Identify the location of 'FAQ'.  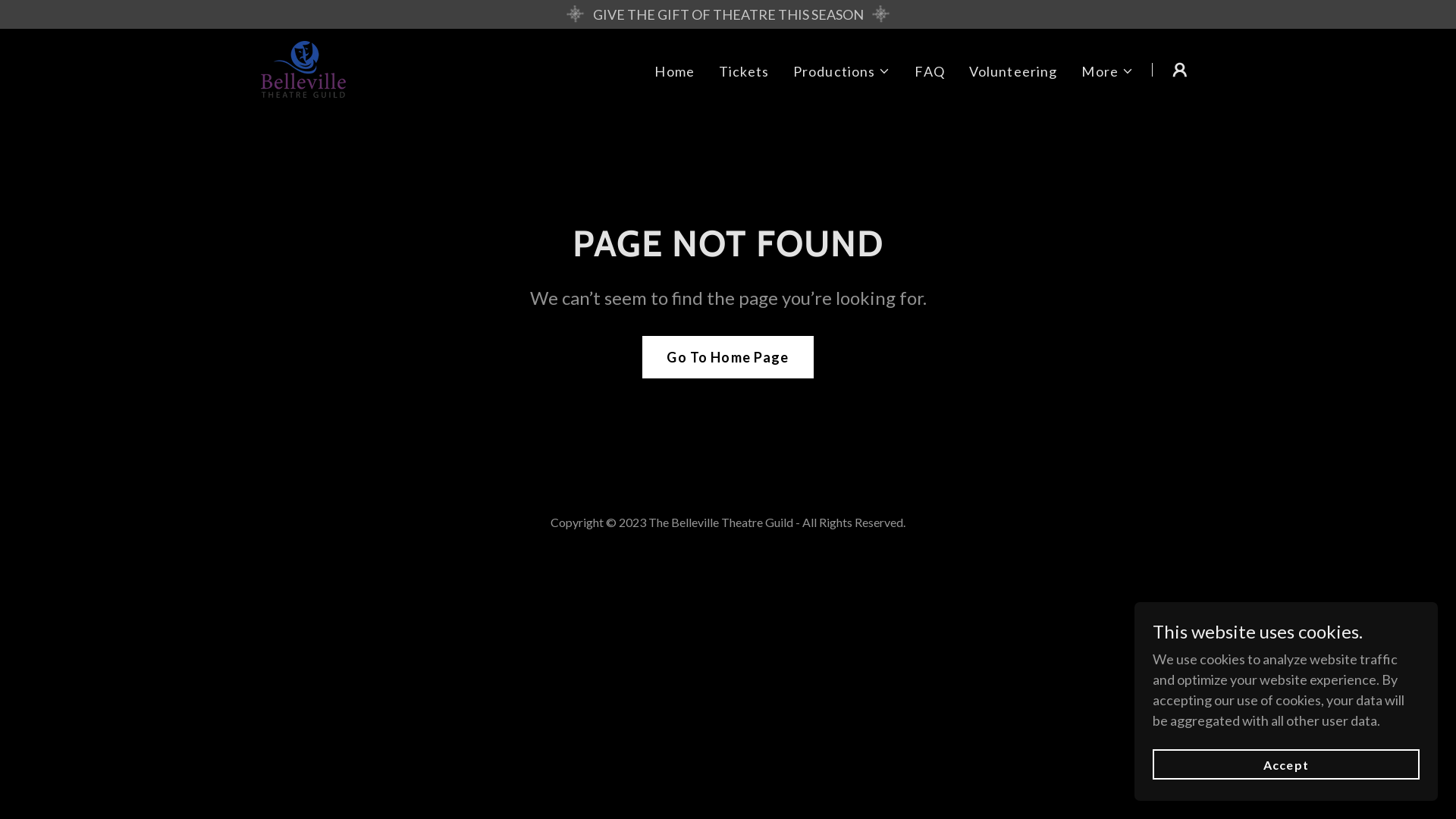
(910, 71).